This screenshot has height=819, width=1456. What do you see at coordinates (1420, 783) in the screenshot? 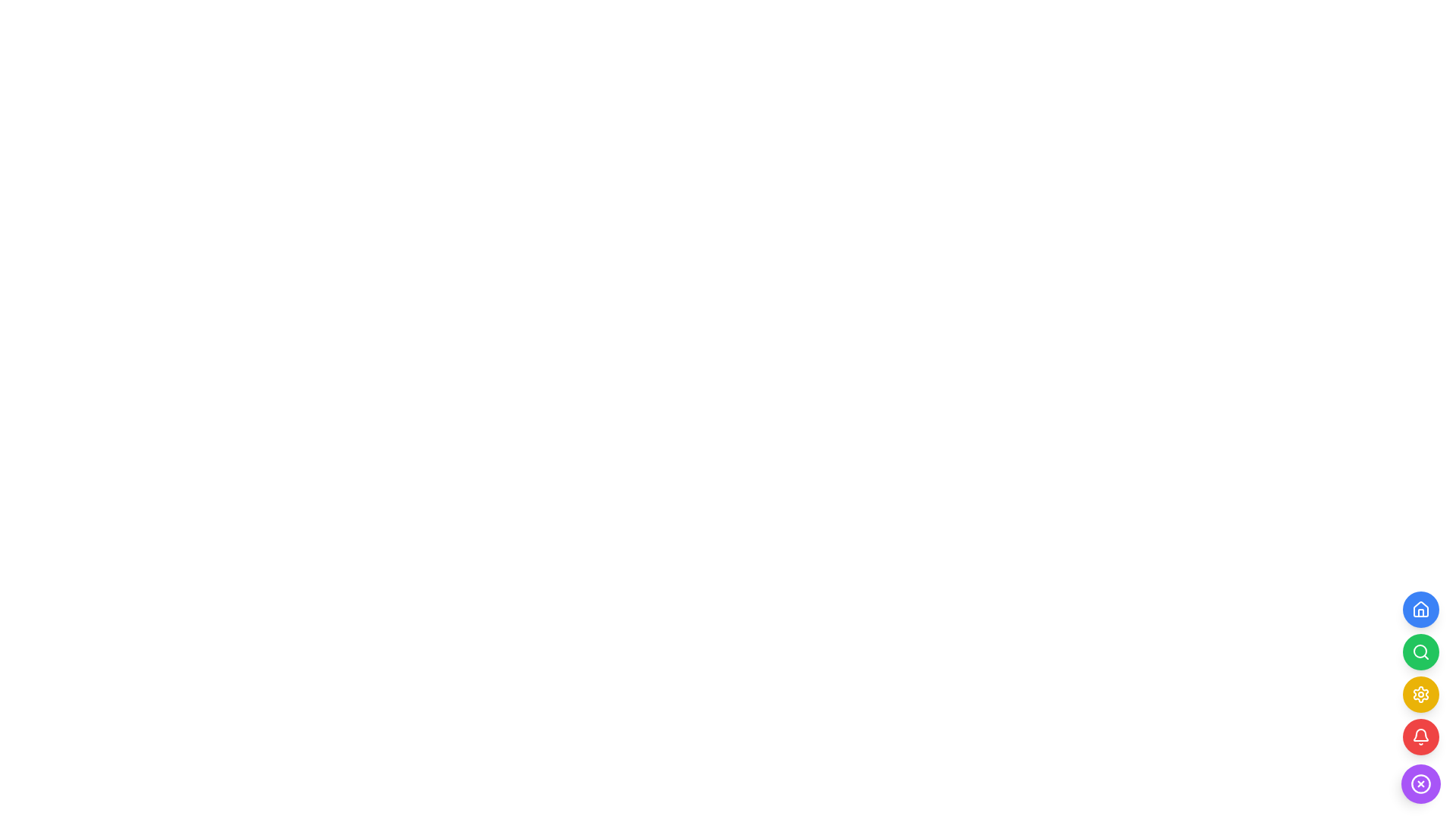
I see `the circular button located at the bottom of the vertical stack of circular buttons on the right edge of the interface` at bounding box center [1420, 783].